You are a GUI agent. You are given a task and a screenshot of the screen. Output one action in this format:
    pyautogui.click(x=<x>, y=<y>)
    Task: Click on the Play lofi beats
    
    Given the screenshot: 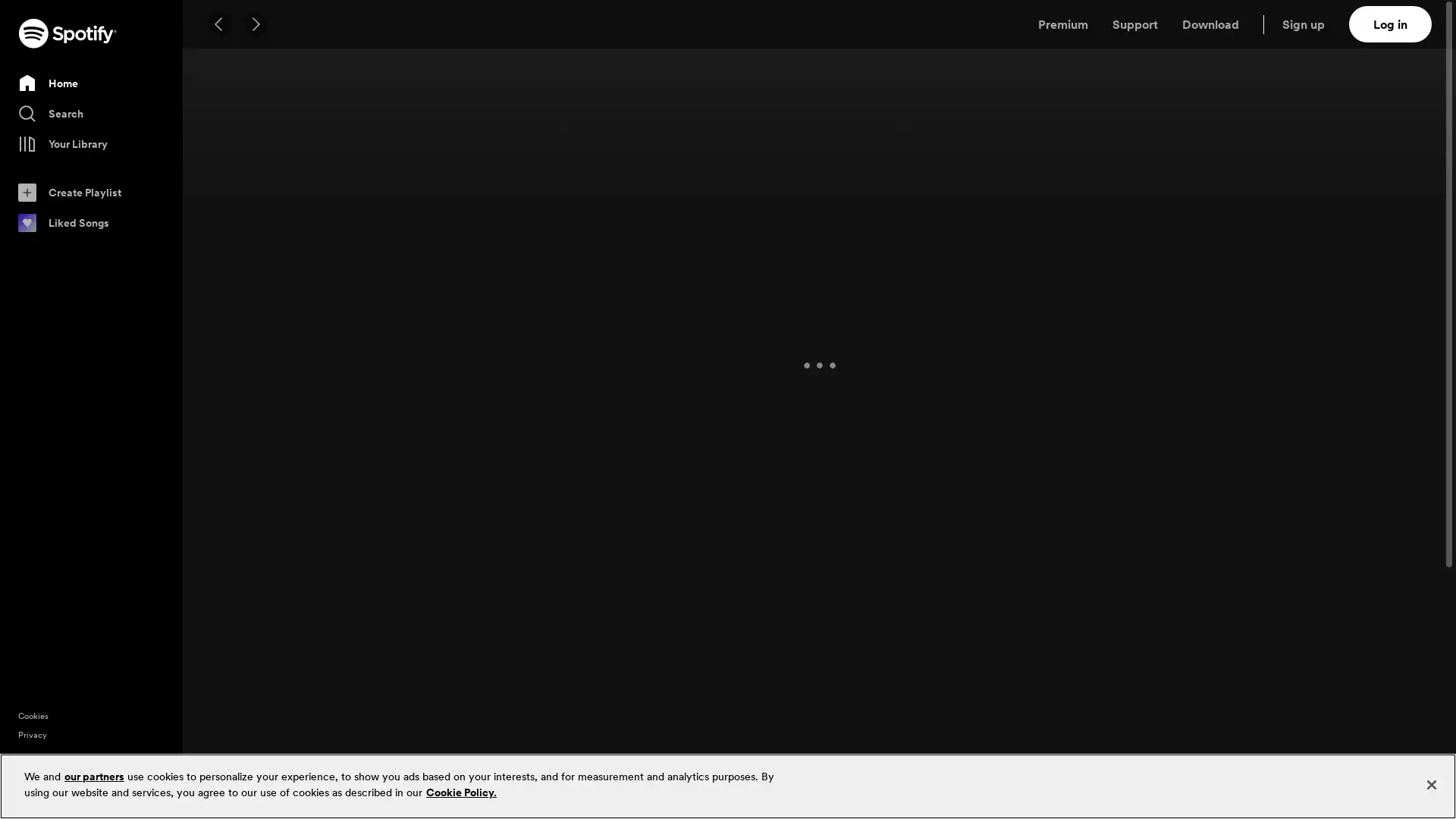 What is the action you would take?
    pyautogui.click(x=618, y=485)
    